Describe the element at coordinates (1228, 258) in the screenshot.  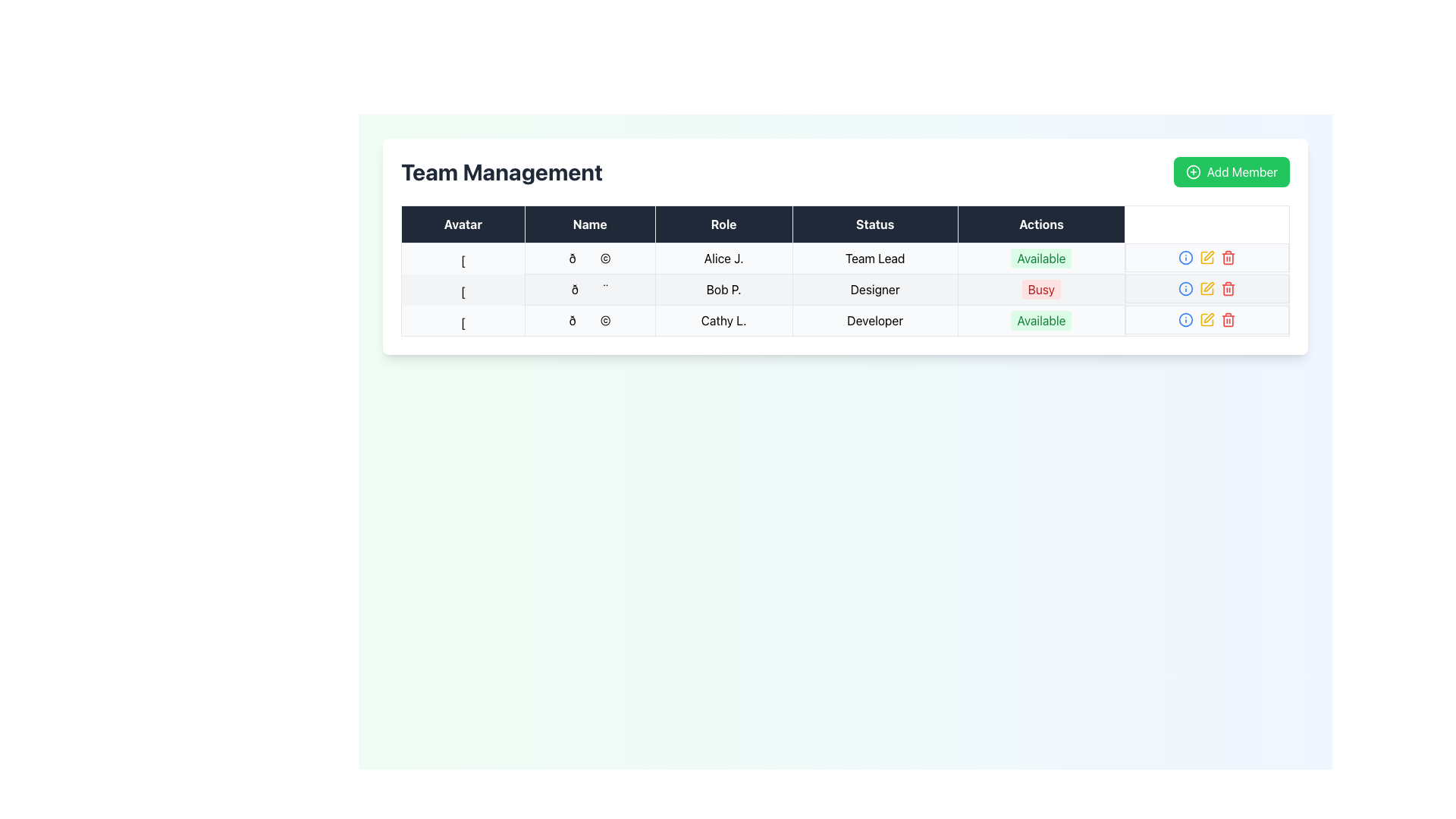
I see `the trash/delete icon located in the 'Actions' column of the table under the 'Team Management' section to initiate the delete action` at that location.